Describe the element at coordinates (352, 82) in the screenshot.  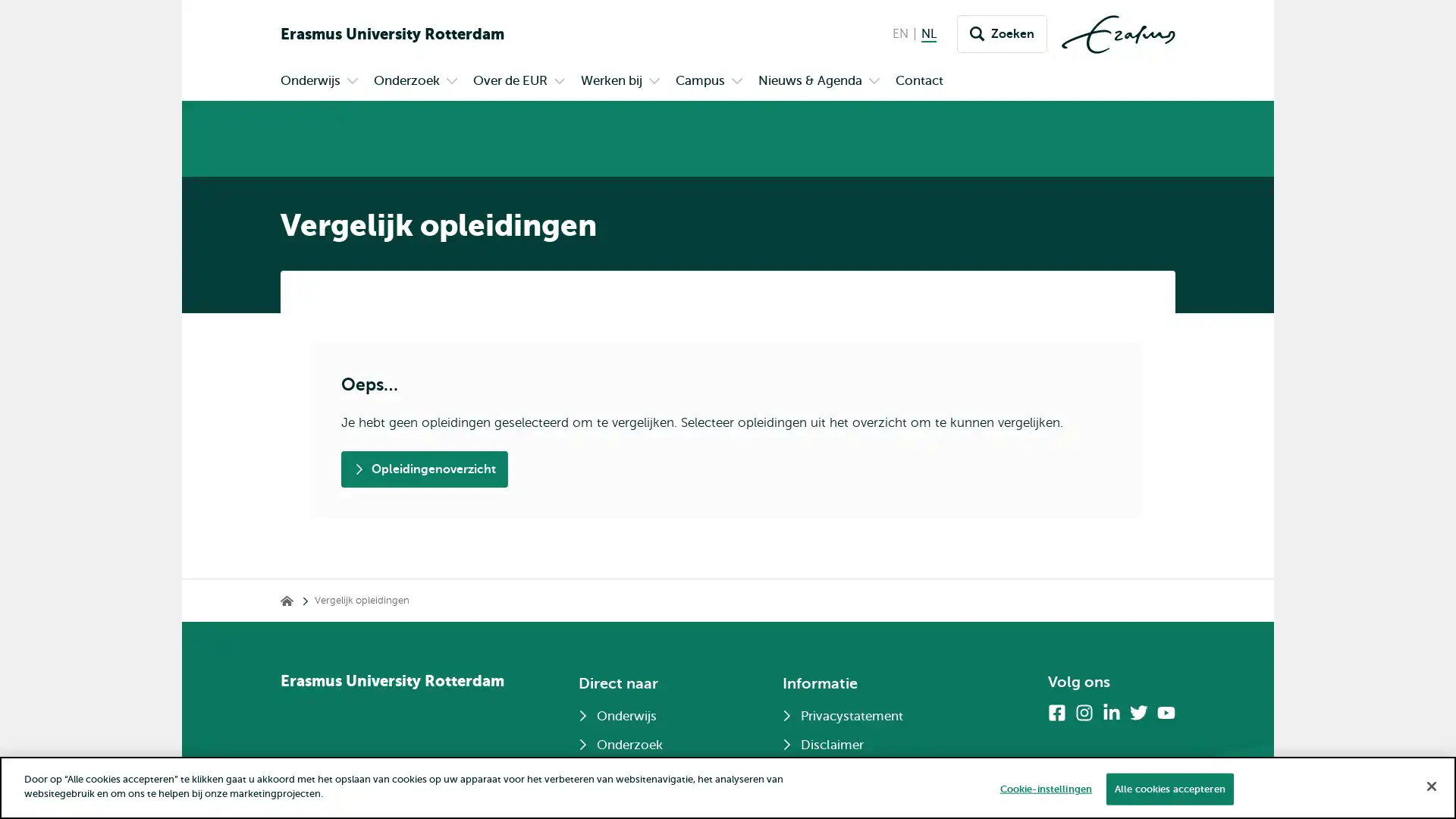
I see `Open submenu` at that location.